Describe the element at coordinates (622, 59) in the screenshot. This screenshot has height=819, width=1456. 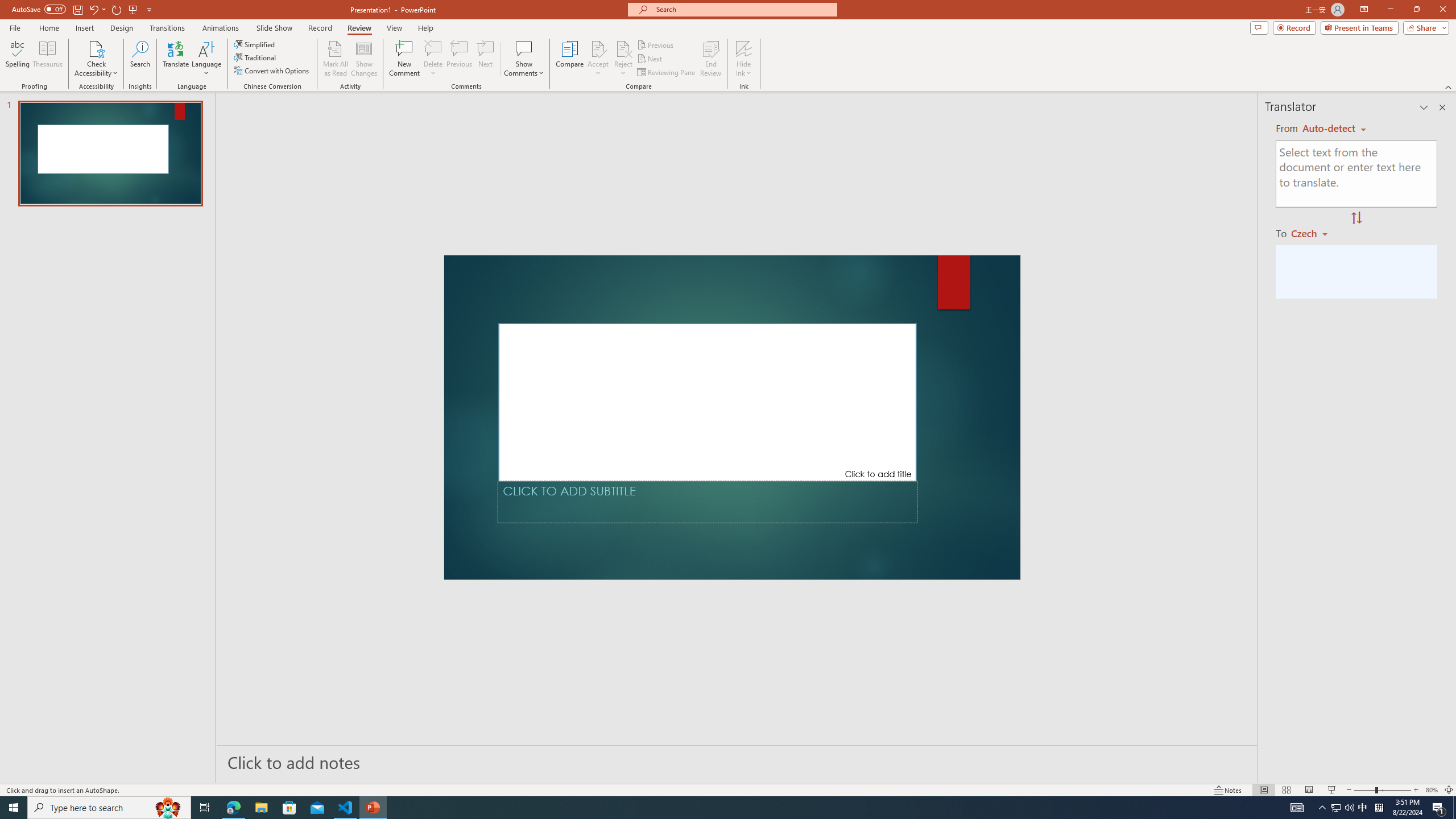
I see `'Reject'` at that location.